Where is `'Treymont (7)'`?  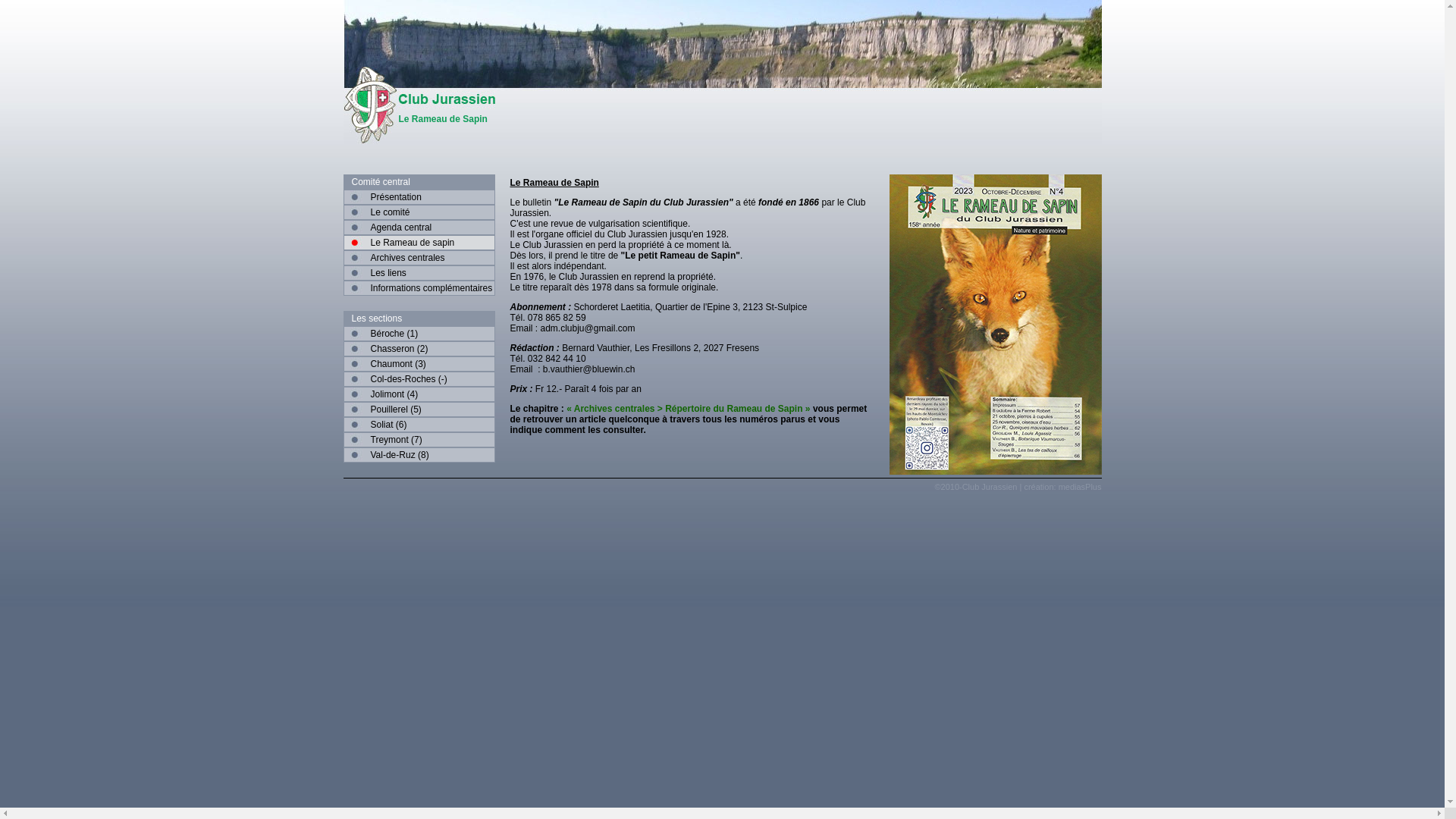
'Treymont (7)' is located at coordinates (419, 439).